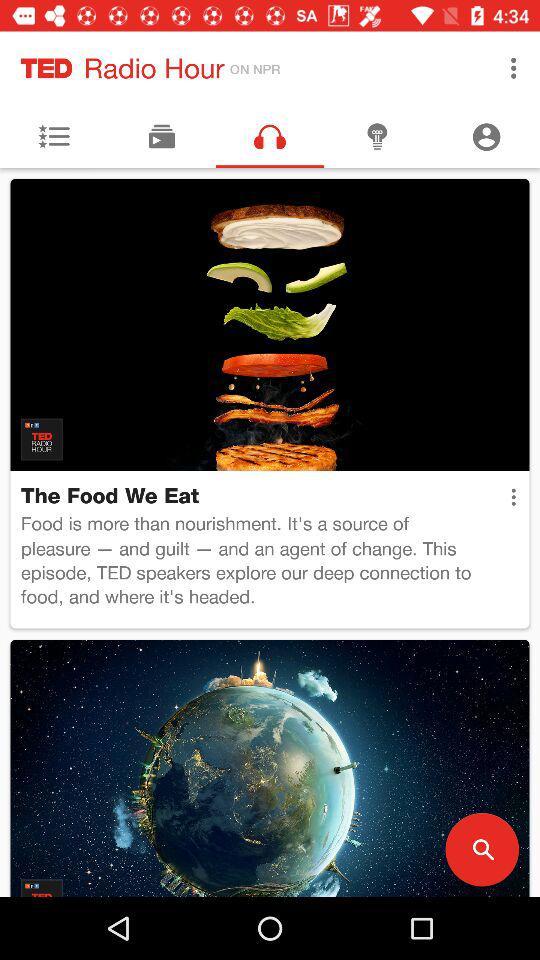 This screenshot has width=540, height=960. What do you see at coordinates (513, 68) in the screenshot?
I see `item next to the on npr item` at bounding box center [513, 68].